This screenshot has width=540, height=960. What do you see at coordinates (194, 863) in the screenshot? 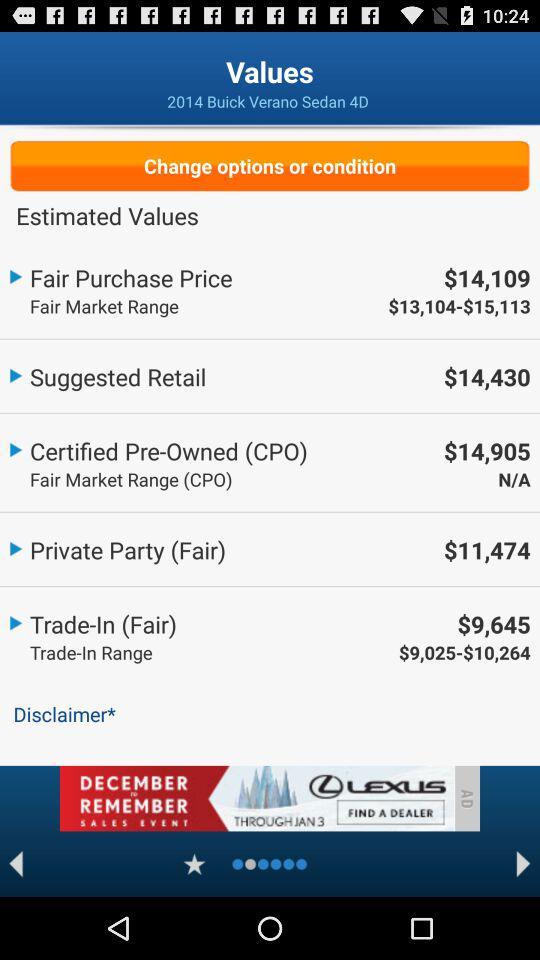
I see `book mark` at bounding box center [194, 863].